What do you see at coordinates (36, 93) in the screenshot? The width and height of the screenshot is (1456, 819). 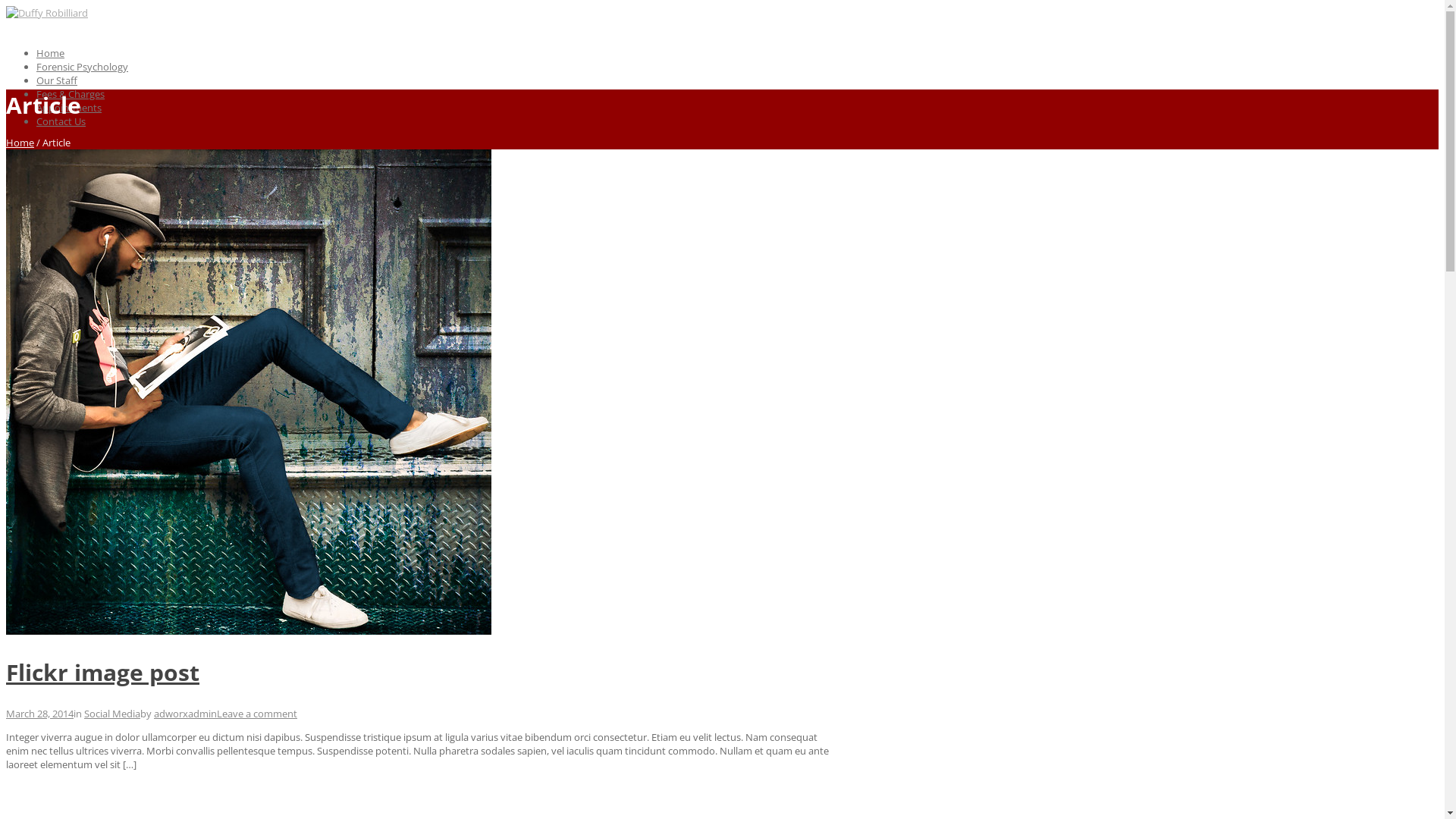 I see `'Fees & Charges'` at bounding box center [36, 93].